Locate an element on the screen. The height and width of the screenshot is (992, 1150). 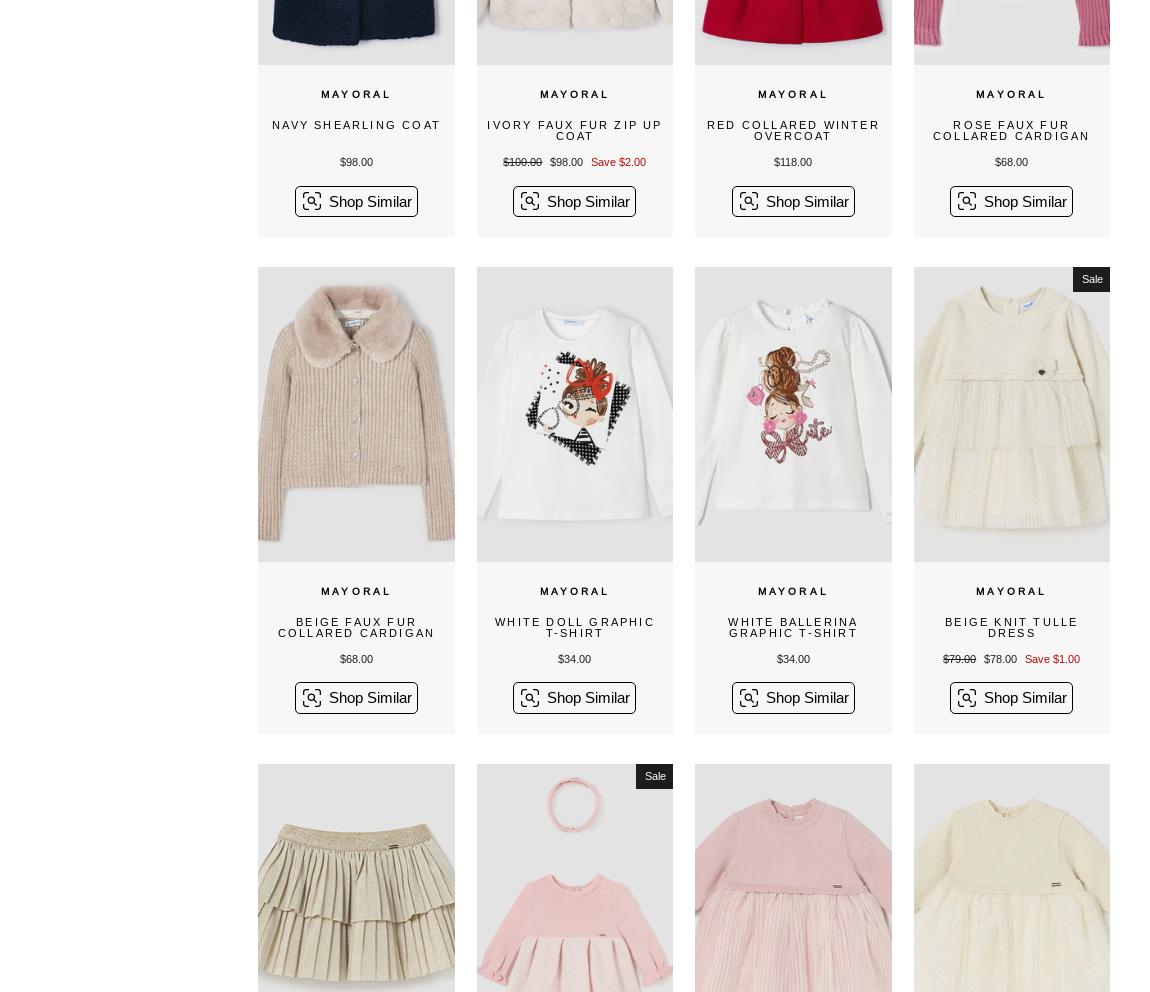
'$78.00' is located at coordinates (1001, 657).